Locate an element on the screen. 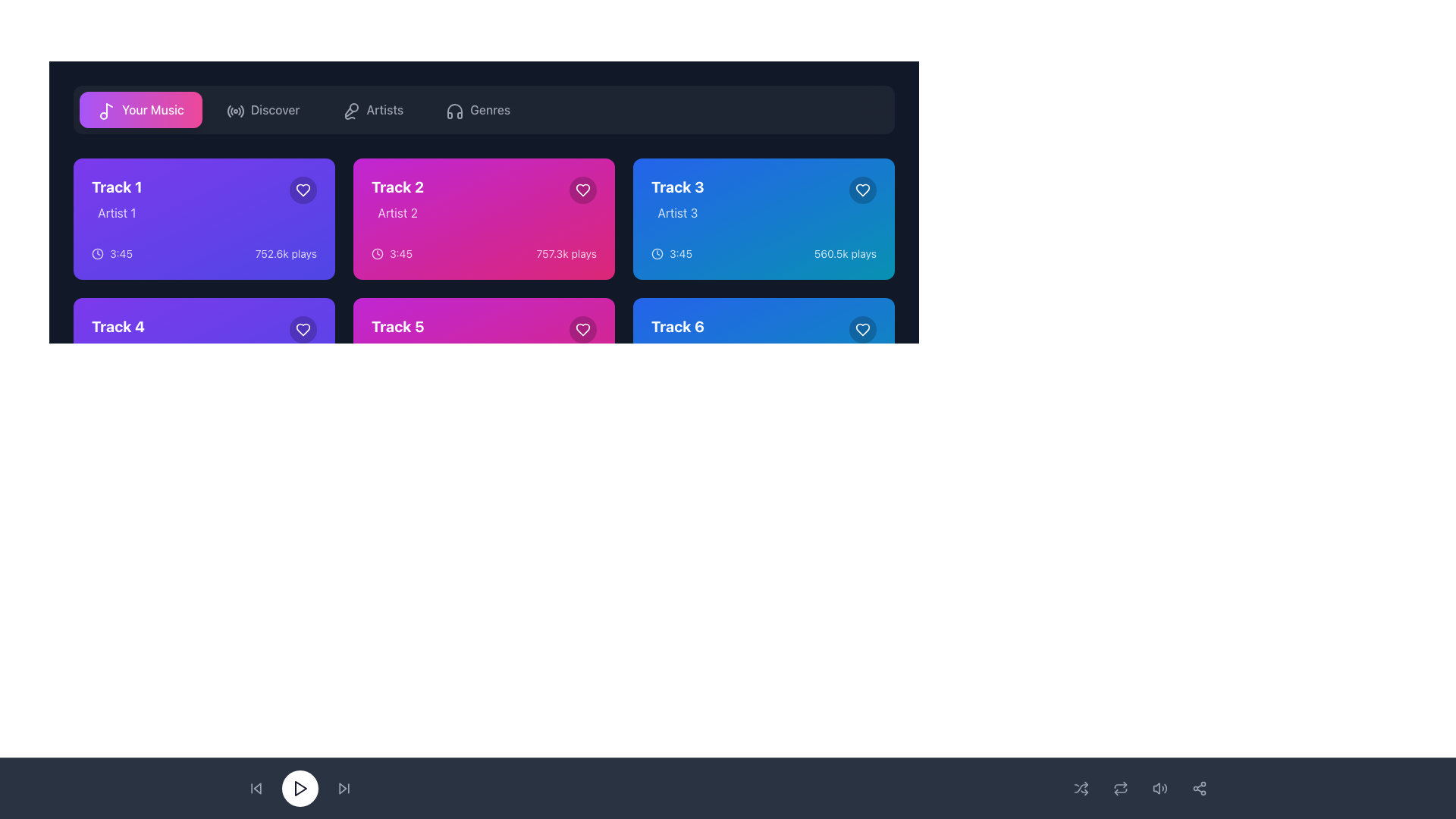 The image size is (1456, 819). the favorite button located in the top-right corner of the card for 'Track 3' by 'Artist 3' to mark or unmark it as a favorite is located at coordinates (862, 189).